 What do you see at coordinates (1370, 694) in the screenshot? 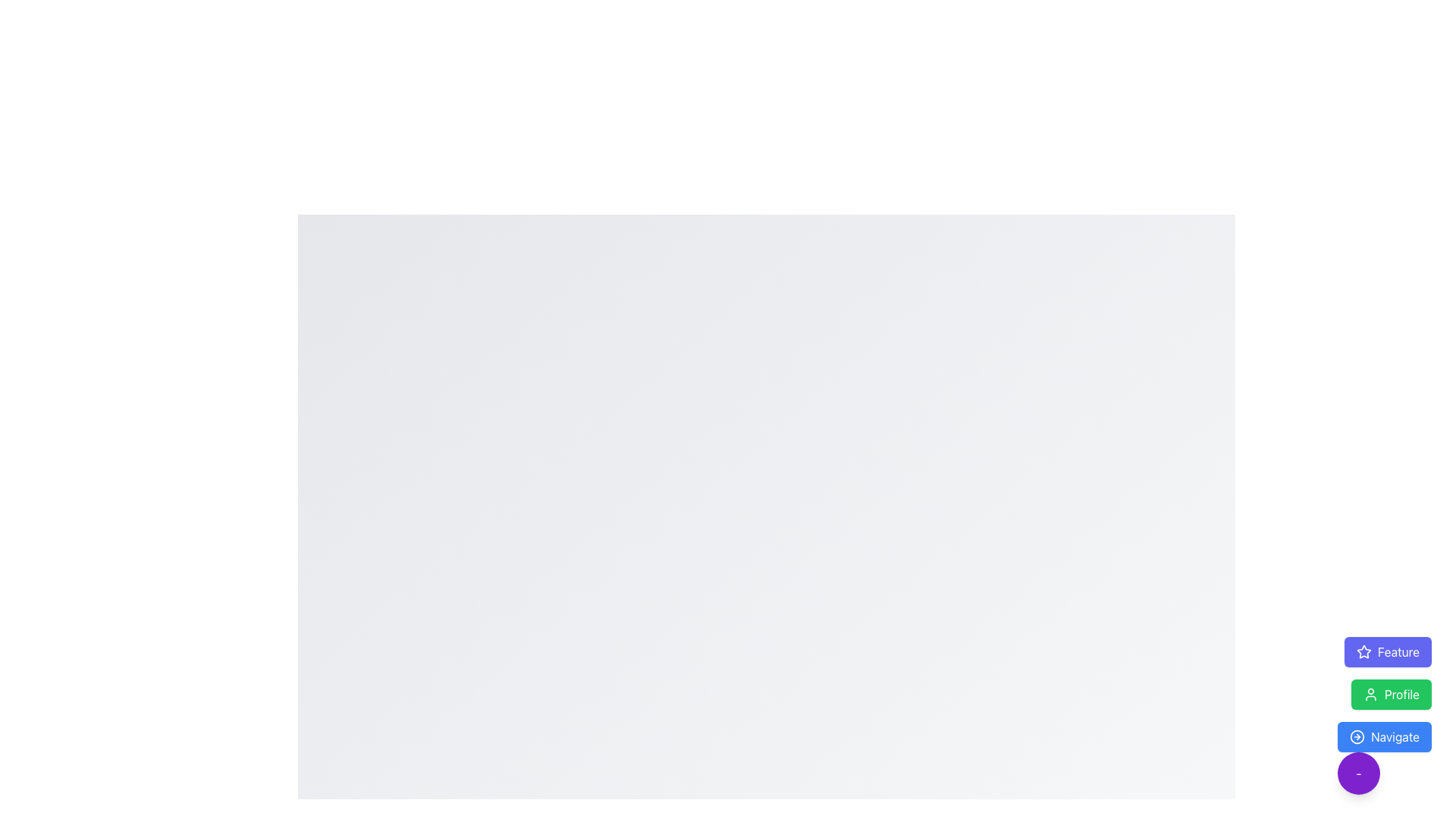
I see `the profile icon located to the left of the 'Profile' text within the profile button, enhancing user recognition of the associated action` at bounding box center [1370, 694].